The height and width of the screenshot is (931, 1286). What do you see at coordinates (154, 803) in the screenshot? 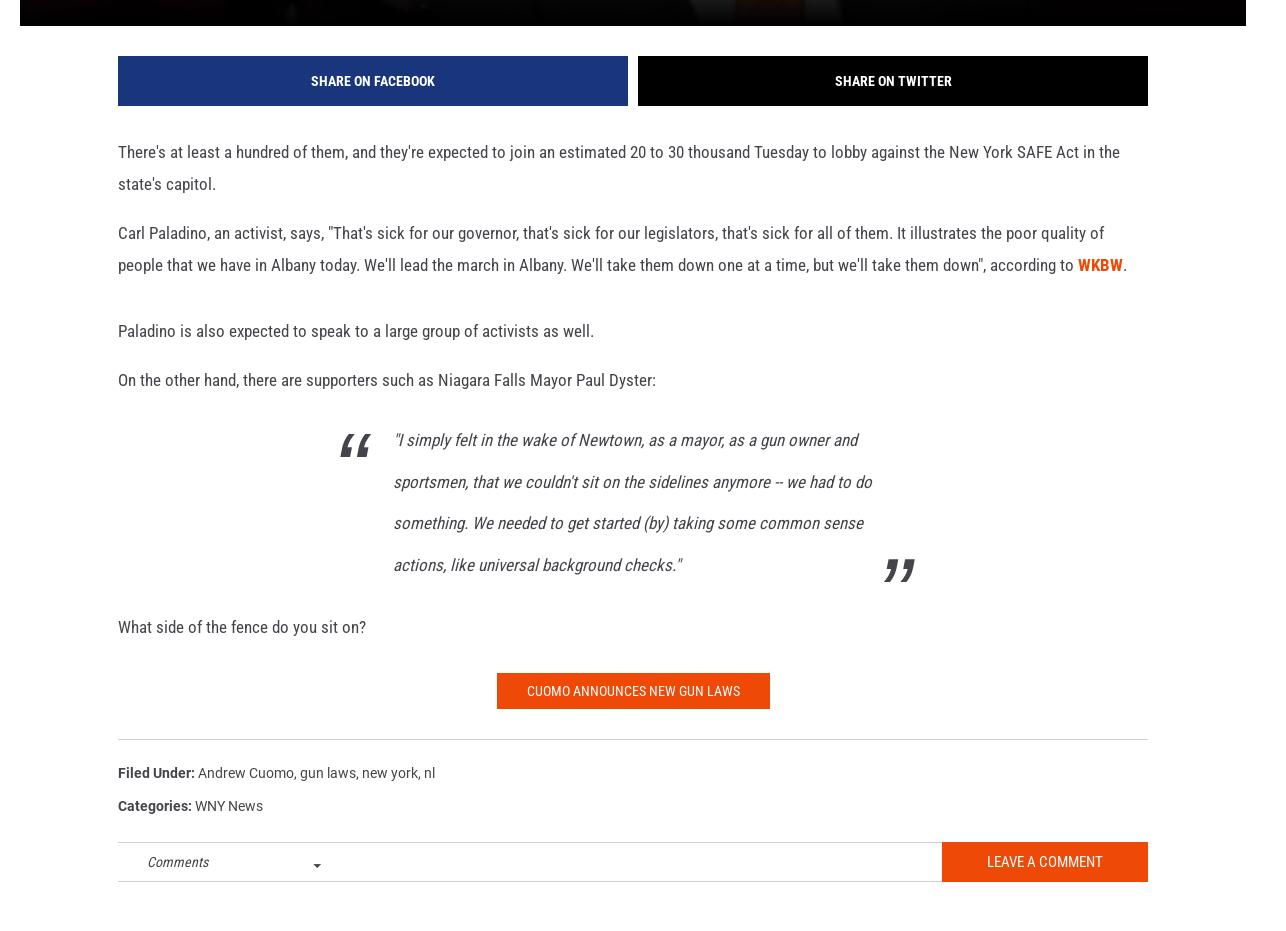
I see `'Filed Under'` at bounding box center [154, 803].